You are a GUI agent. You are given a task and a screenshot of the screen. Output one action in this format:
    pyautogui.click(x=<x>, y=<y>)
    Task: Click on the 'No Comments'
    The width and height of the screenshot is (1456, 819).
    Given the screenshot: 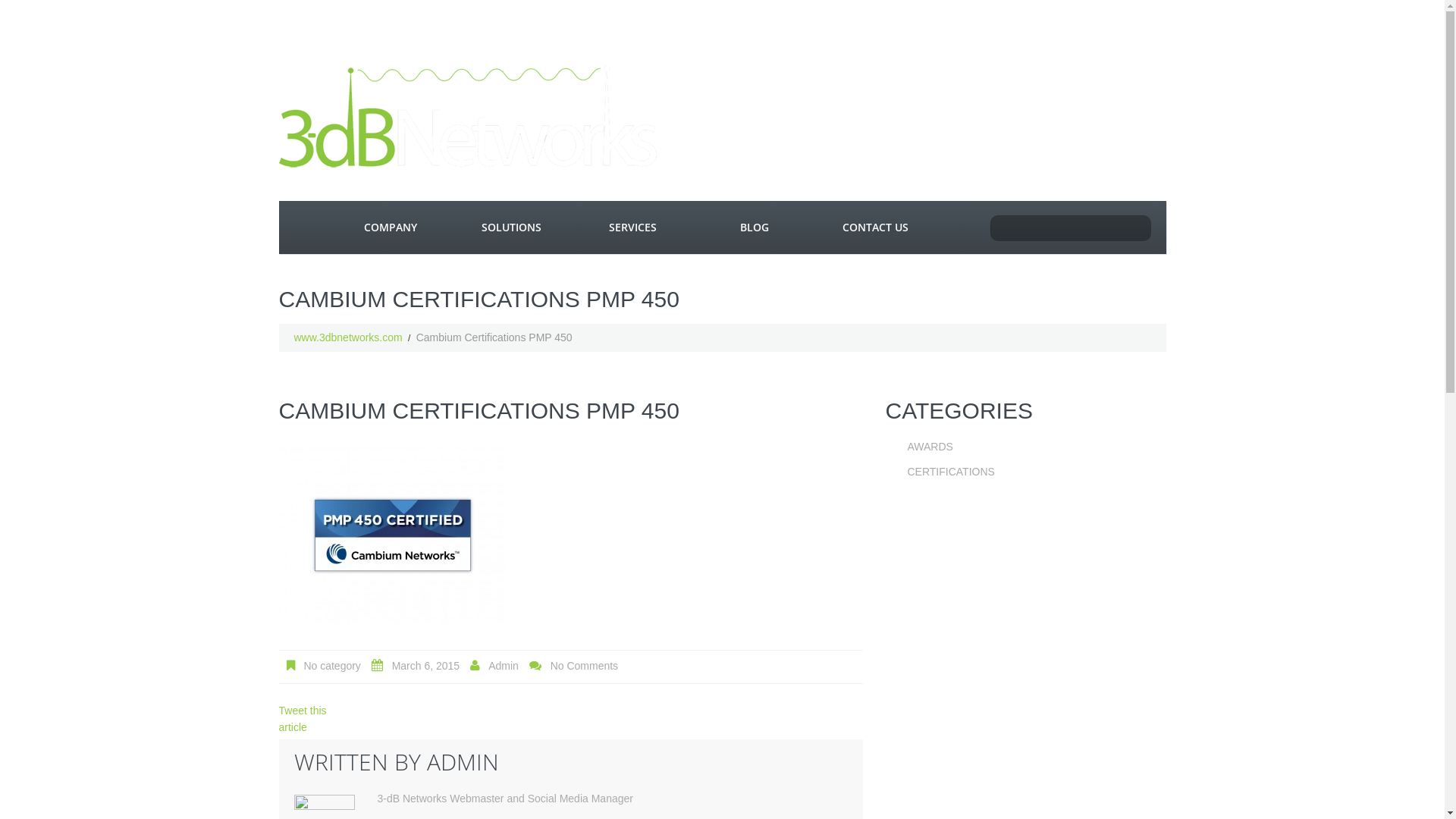 What is the action you would take?
    pyautogui.click(x=583, y=665)
    